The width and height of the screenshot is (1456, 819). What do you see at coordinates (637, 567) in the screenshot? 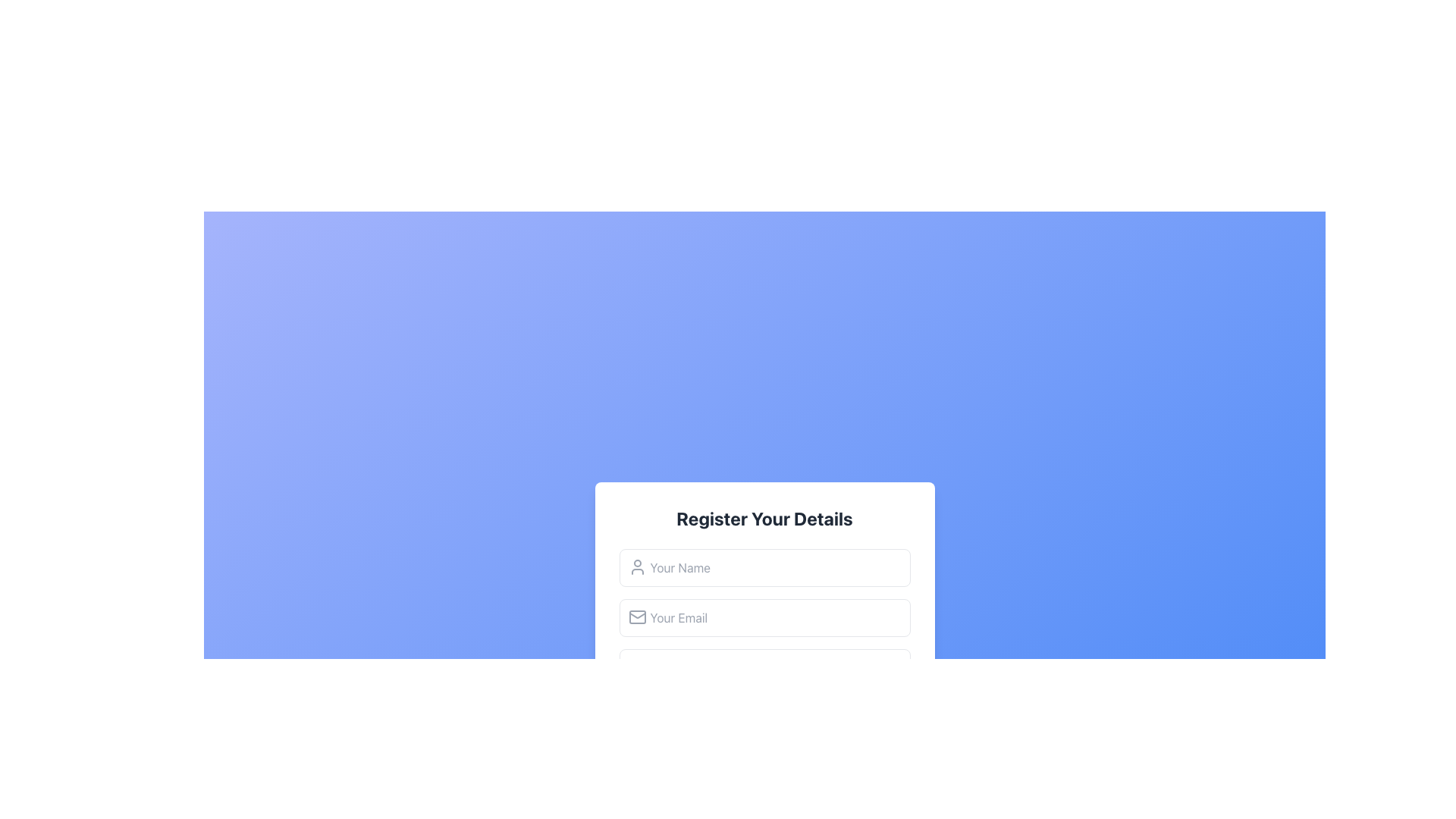
I see `the decorative icon representing the text input field for entering a user's name, located on the leftmost side of the input box labeled 'Your Name'` at bounding box center [637, 567].